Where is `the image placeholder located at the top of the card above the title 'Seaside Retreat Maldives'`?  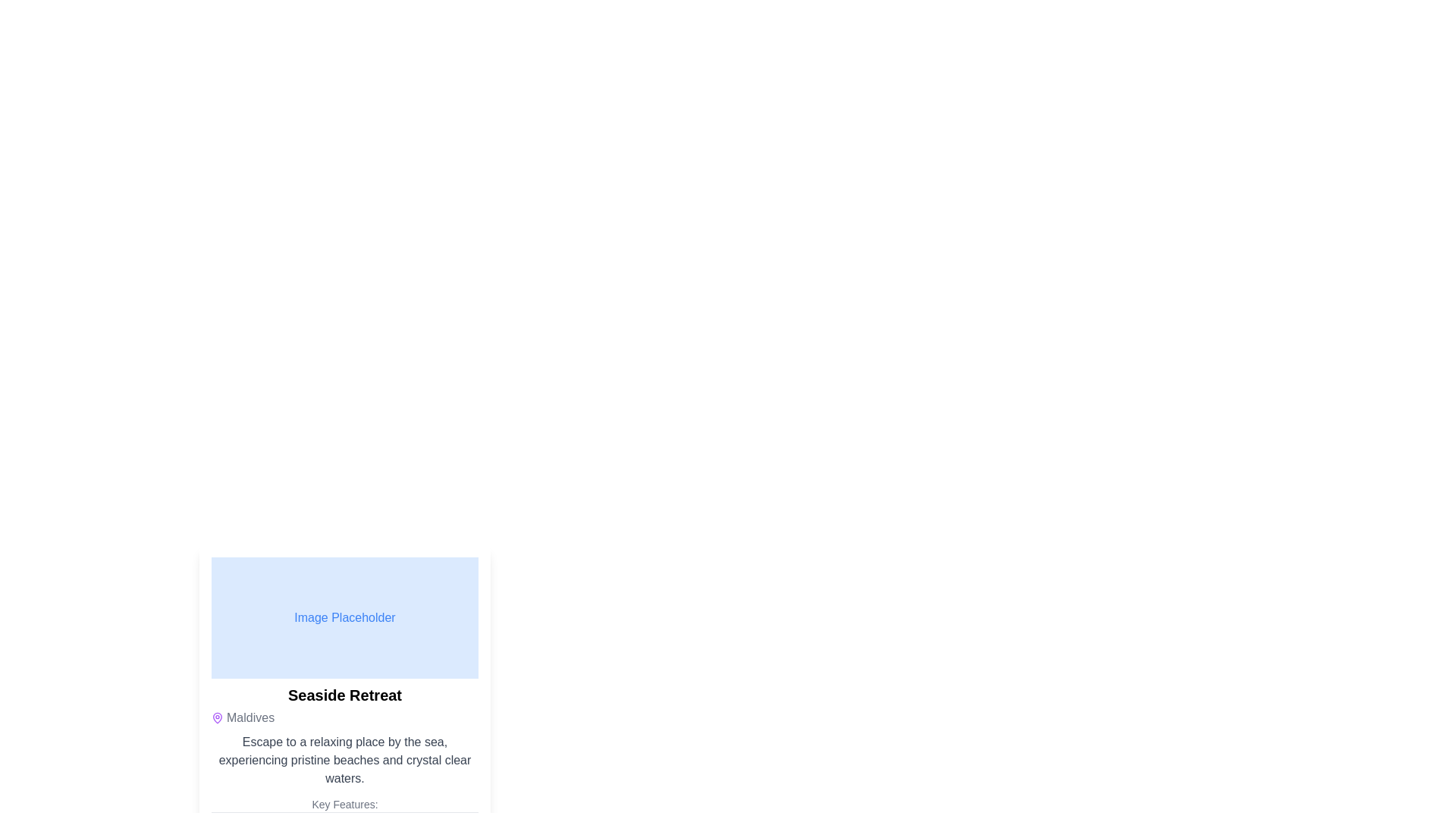 the image placeholder located at the top of the card above the title 'Seaside Retreat Maldives' is located at coordinates (344, 617).